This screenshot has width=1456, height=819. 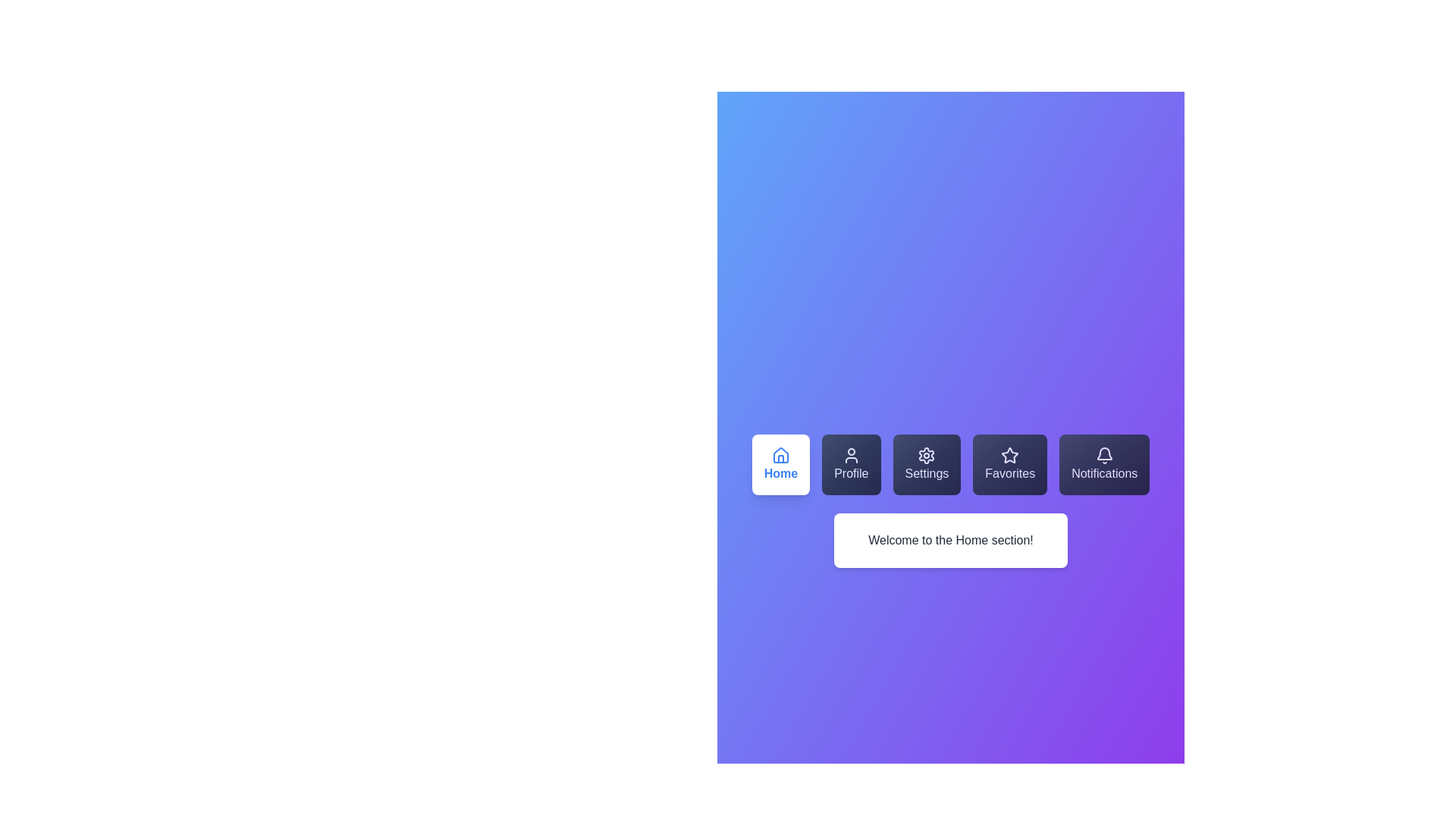 I want to click on the star-shaped icon associated with the Favorites label, so click(x=1009, y=454).